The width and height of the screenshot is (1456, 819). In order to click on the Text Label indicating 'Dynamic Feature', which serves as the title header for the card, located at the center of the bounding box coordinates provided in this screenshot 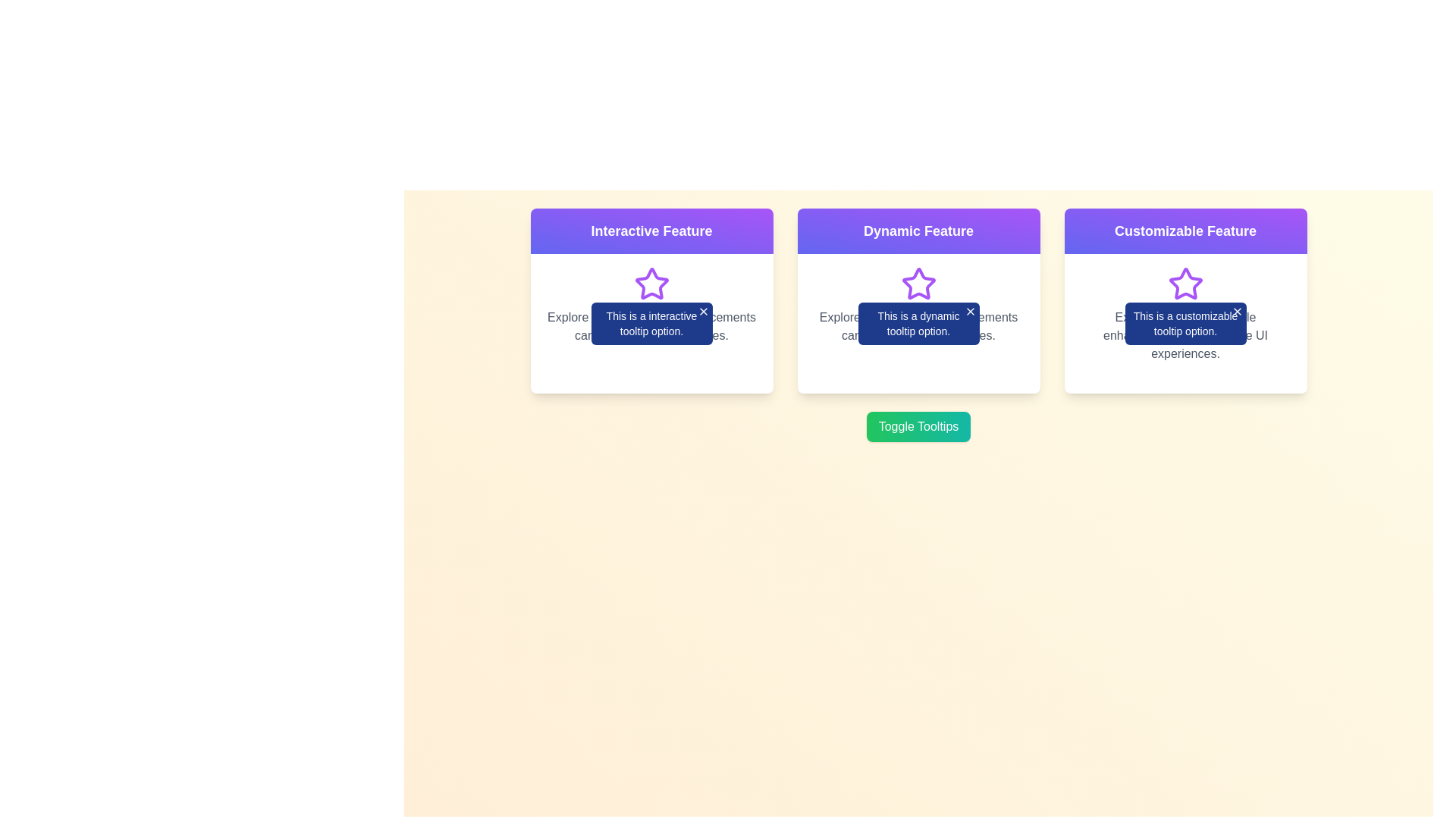, I will do `click(918, 231)`.